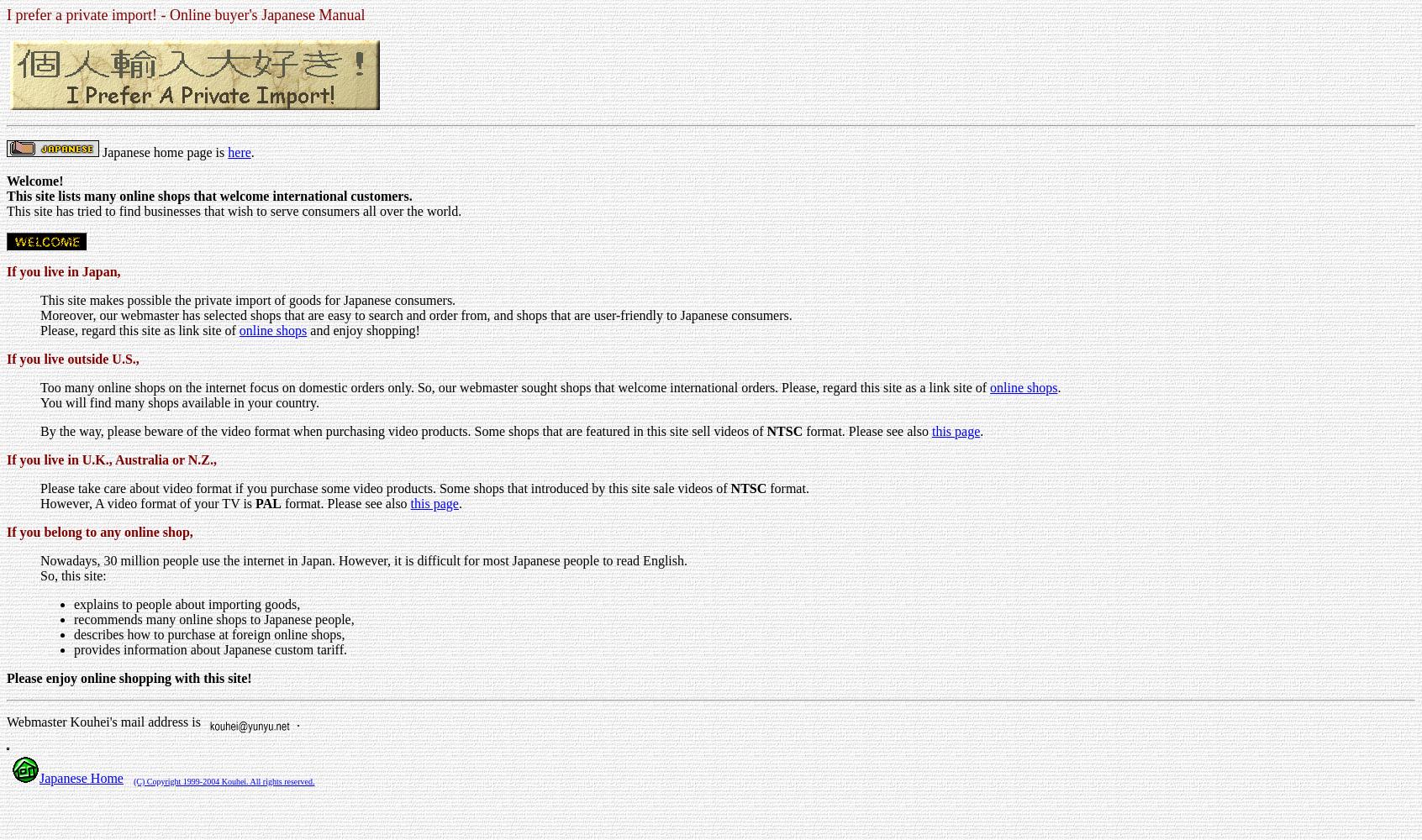 The height and width of the screenshot is (840, 1422). I want to click on 'So, this site:', so click(72, 575).